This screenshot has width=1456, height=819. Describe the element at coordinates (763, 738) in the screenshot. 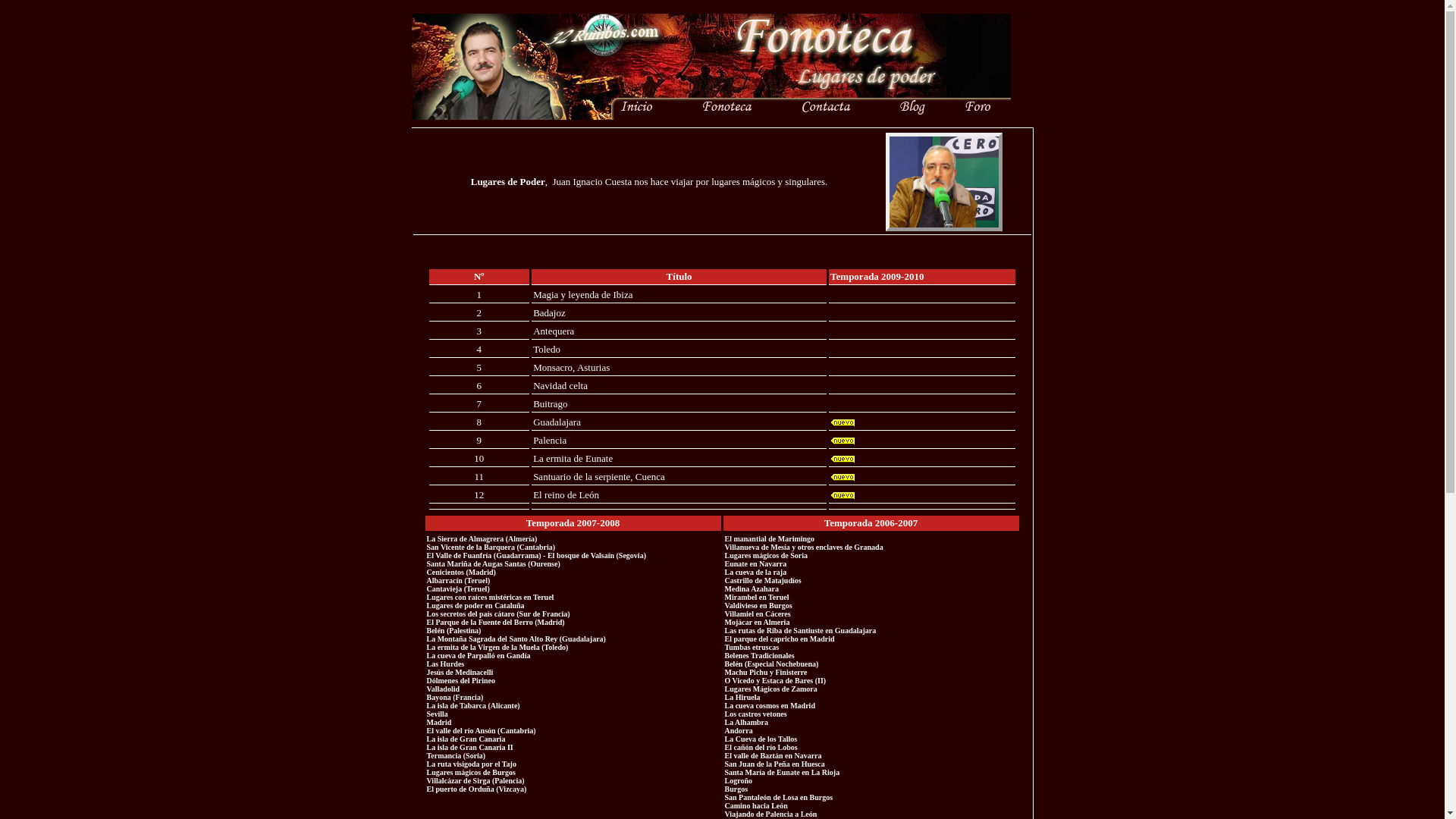

I see `'La Cueva de los Tallos  '` at that location.